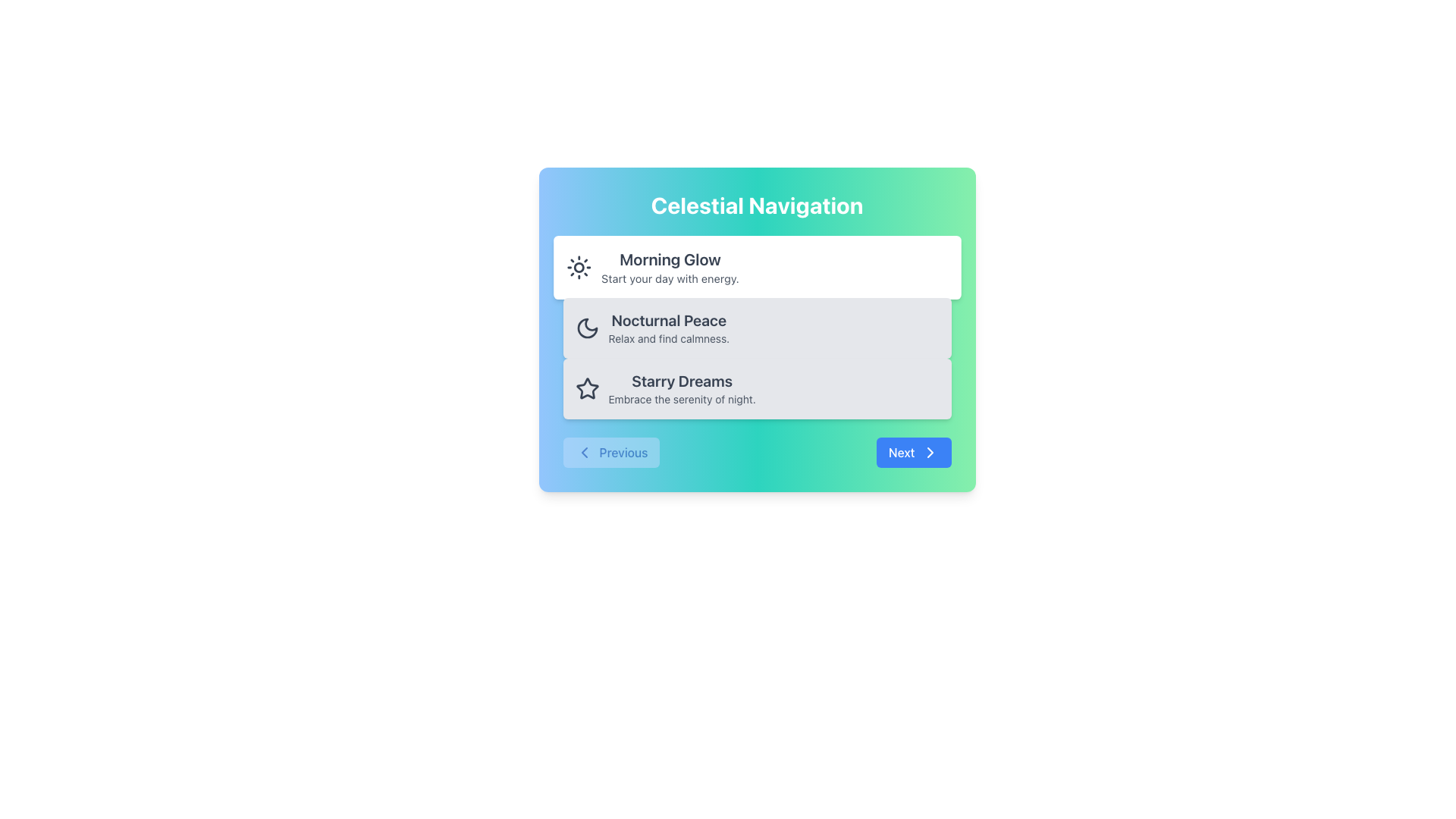 The height and width of the screenshot is (819, 1456). Describe the element at coordinates (929, 452) in the screenshot. I see `the rightward-pointing chevron icon next to the 'Next' button in the bottom-right corner of the 'Celestial Navigation' modal` at that location.